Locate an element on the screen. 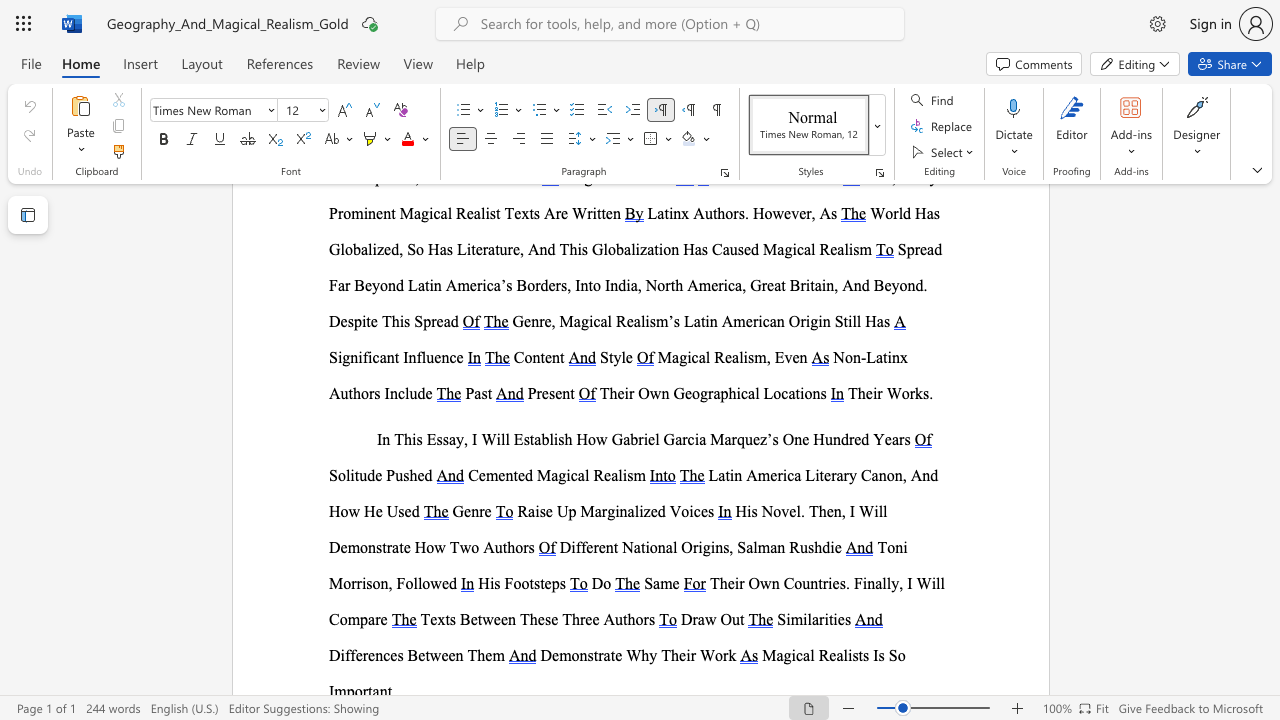  the subset text "Draw Out" within the text "Draw Out" is located at coordinates (680, 618).